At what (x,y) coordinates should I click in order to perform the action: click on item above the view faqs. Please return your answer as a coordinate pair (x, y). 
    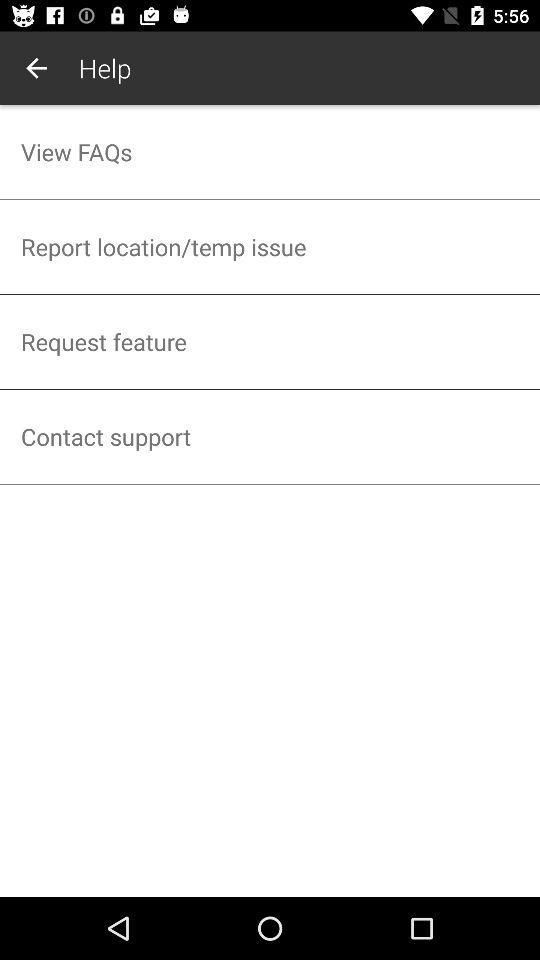
    Looking at the image, I should click on (36, 68).